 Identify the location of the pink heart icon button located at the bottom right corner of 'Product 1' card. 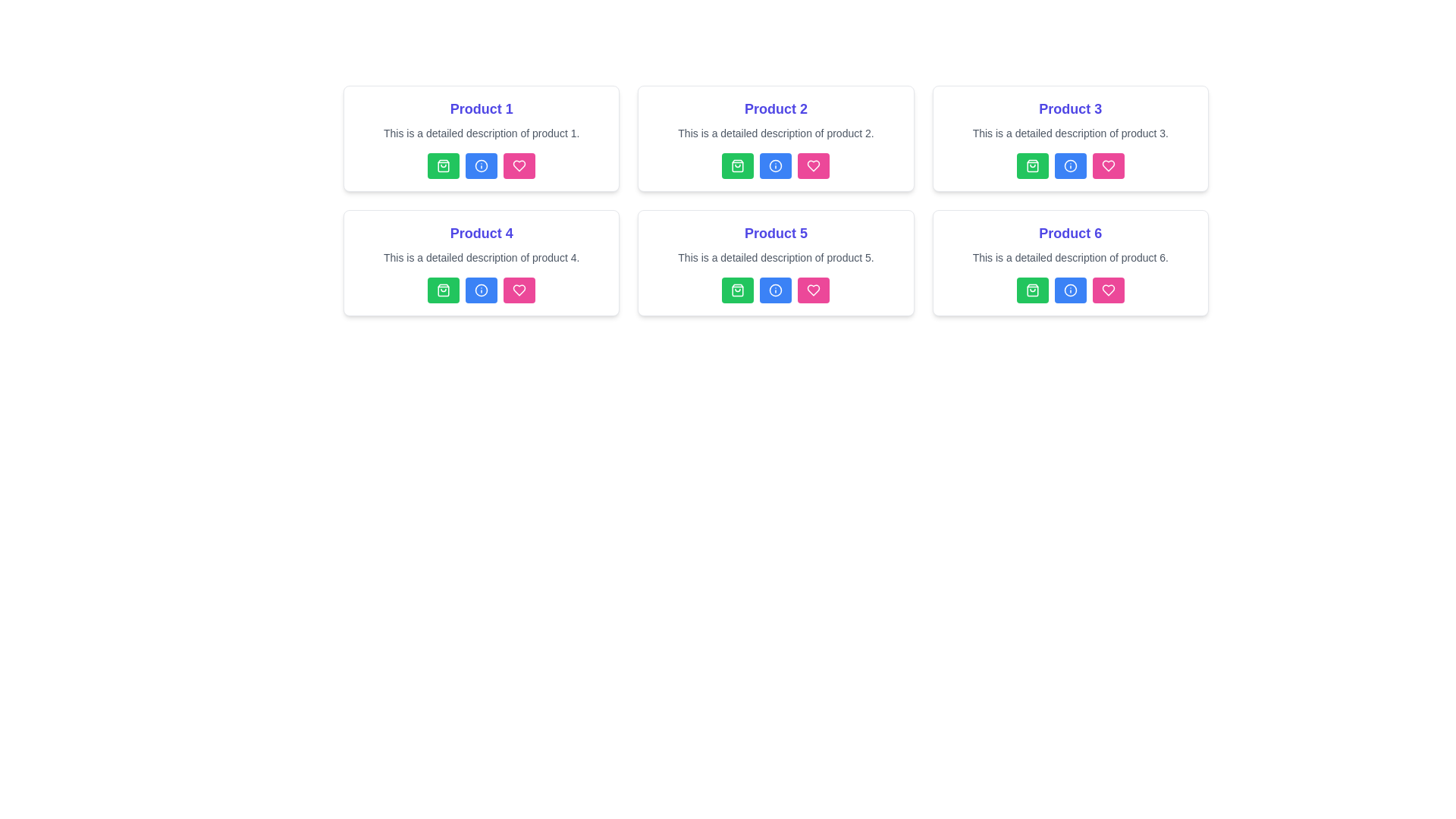
(519, 290).